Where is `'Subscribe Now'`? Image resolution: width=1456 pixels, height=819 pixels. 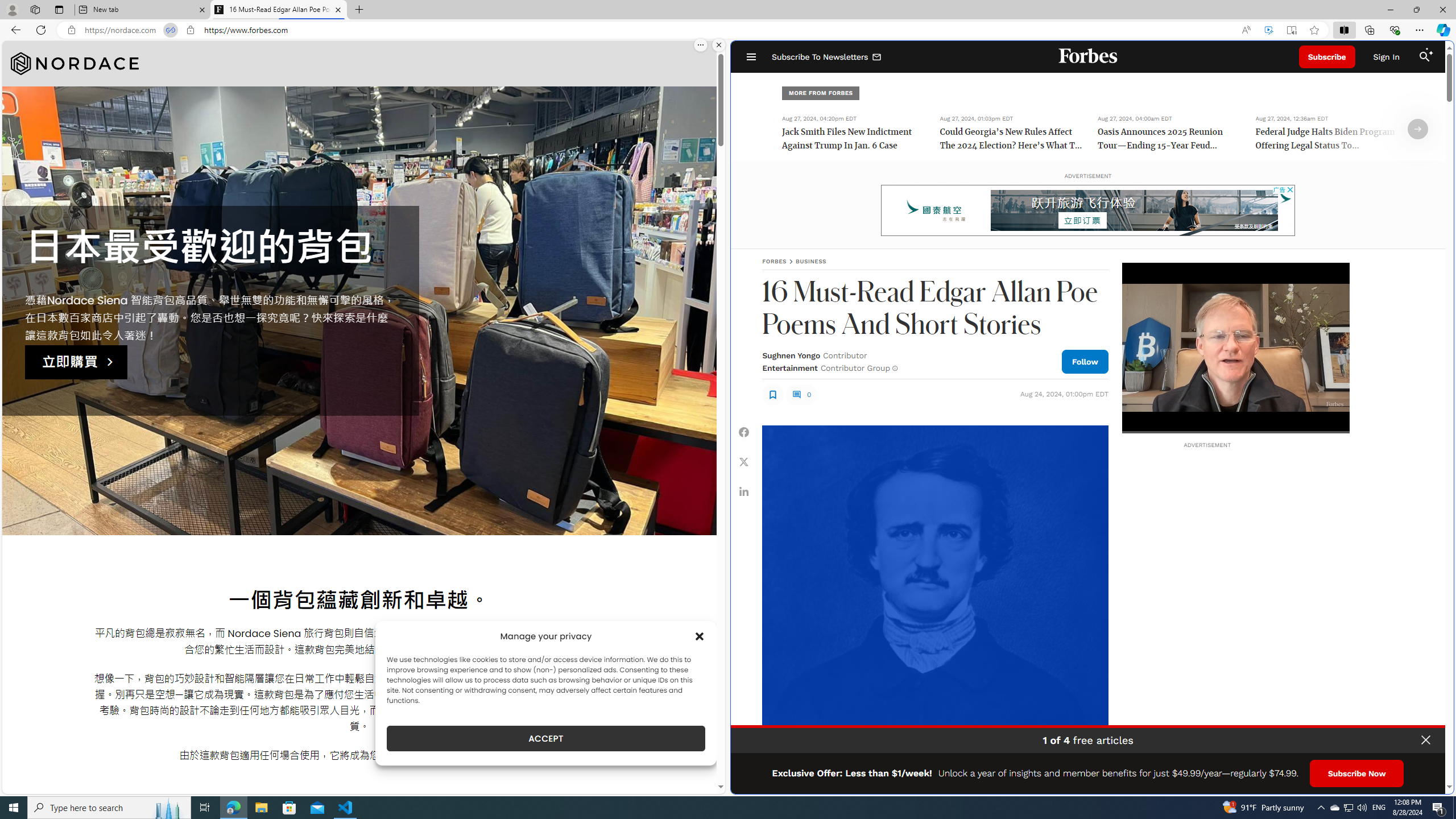 'Subscribe Now' is located at coordinates (1356, 773).